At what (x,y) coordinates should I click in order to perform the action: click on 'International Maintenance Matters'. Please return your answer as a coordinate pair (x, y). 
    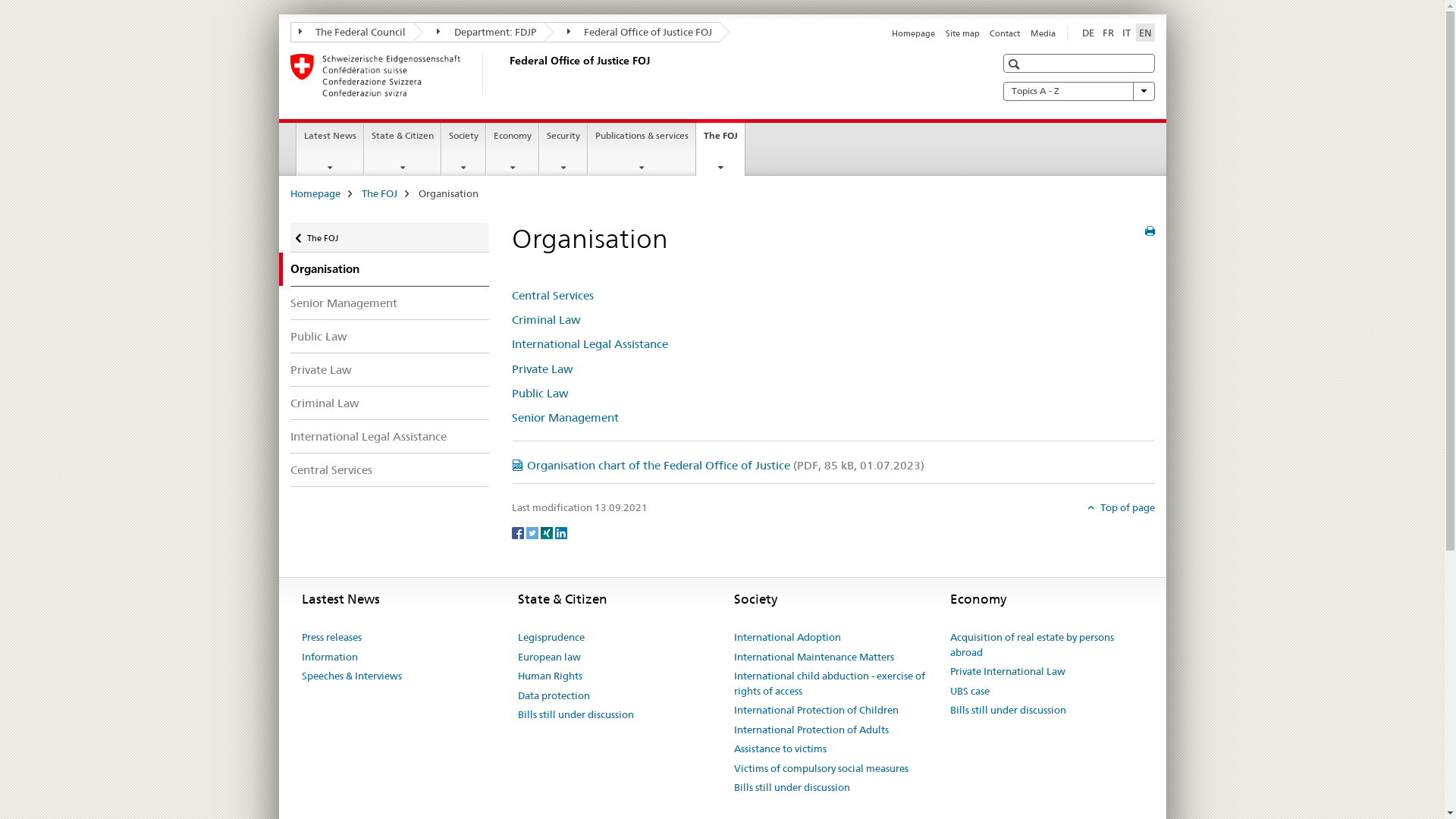
    Looking at the image, I should click on (813, 657).